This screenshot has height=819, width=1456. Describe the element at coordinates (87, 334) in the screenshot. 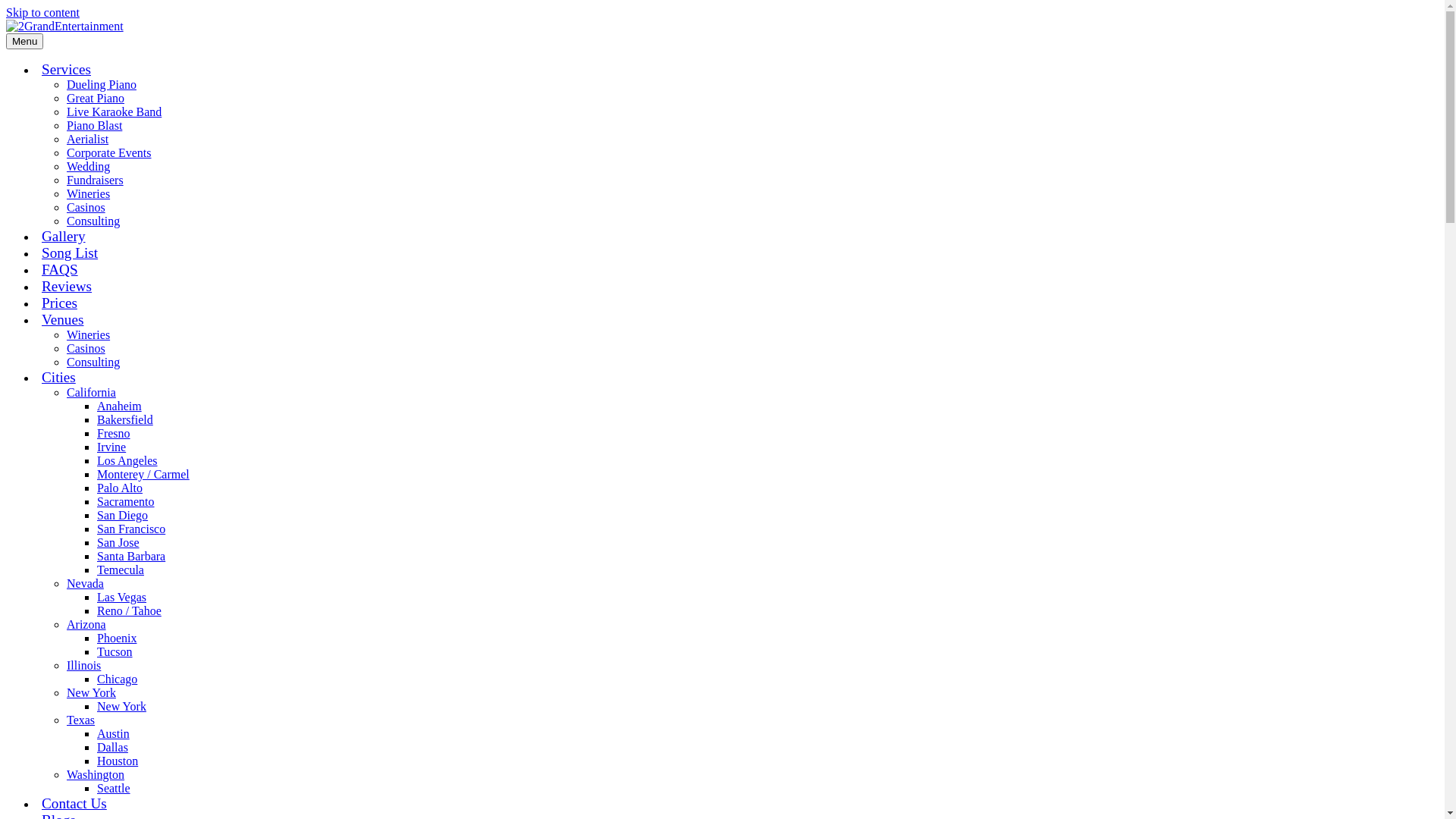

I see `'Wineries'` at that location.